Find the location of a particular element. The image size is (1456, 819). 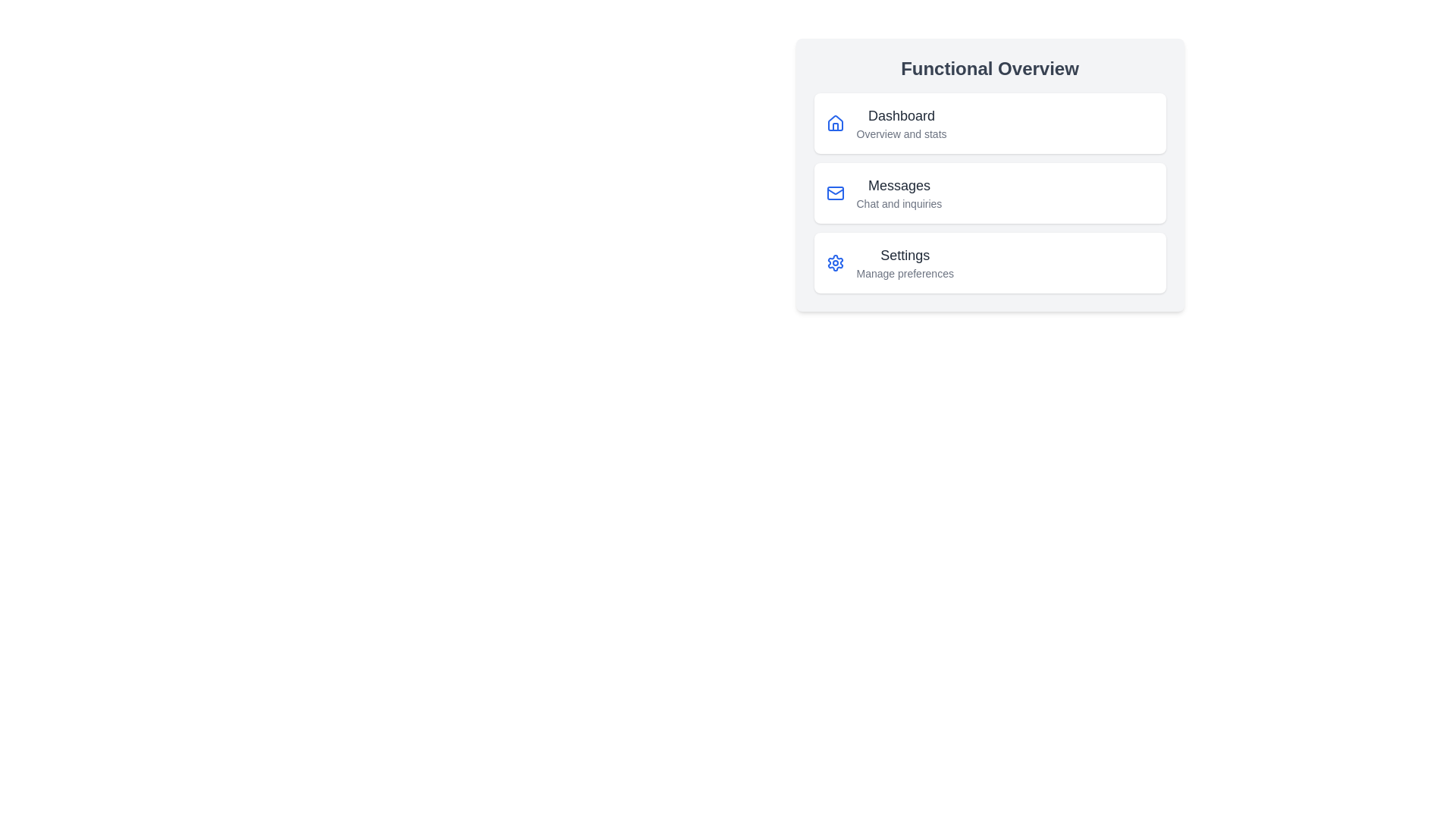

the first button in the vertical list under 'Functional Overview' to trigger a visual effect is located at coordinates (990, 122).